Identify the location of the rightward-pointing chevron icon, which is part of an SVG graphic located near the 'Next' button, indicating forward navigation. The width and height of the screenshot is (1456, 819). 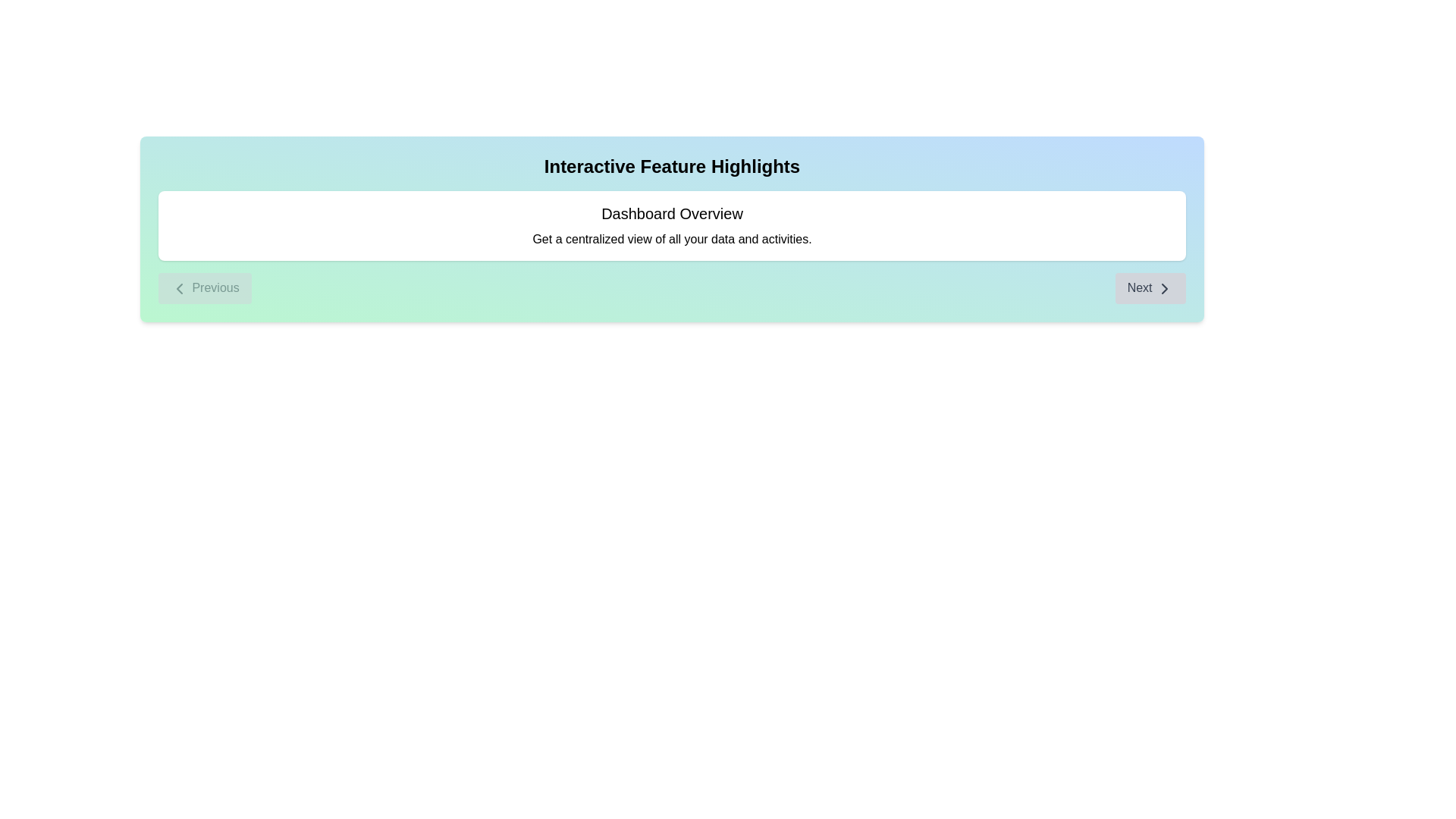
(1164, 288).